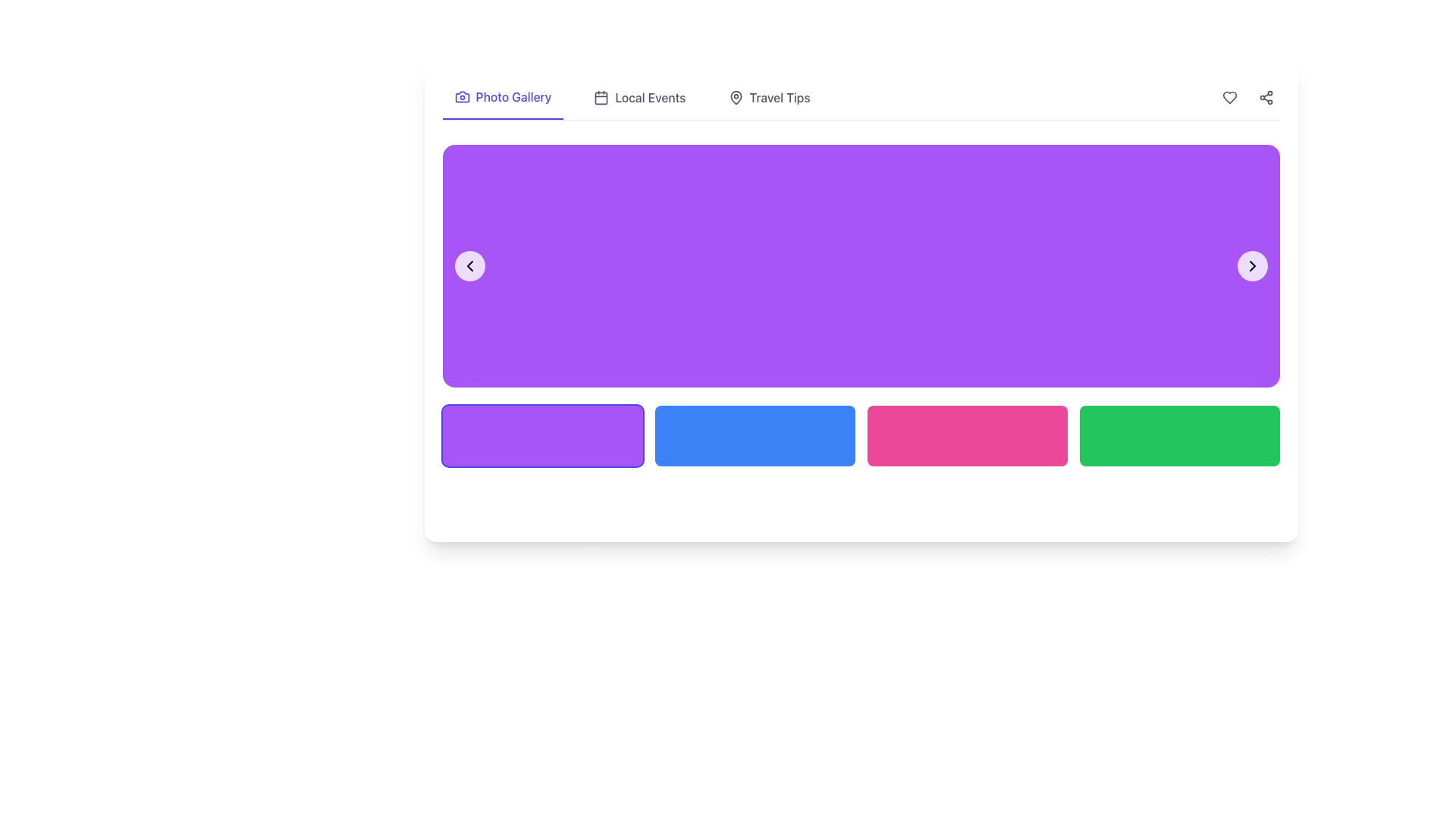 The width and height of the screenshot is (1456, 819). Describe the element at coordinates (1266, 97) in the screenshot. I see `the 'Share' icon button located in the top-right corner of the layout` at that location.